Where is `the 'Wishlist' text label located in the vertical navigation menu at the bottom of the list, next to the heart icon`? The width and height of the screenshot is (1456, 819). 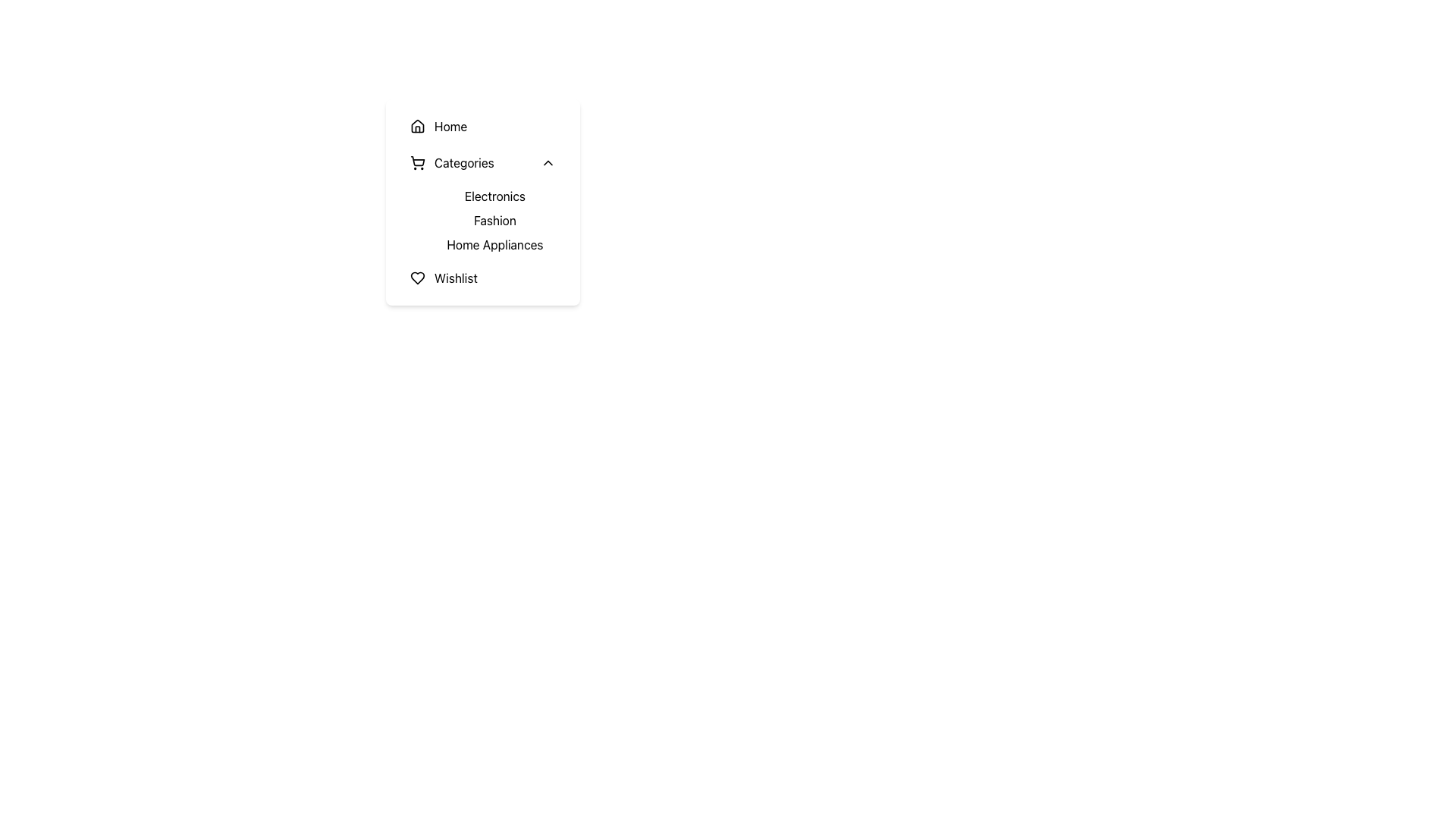 the 'Wishlist' text label located in the vertical navigation menu at the bottom of the list, next to the heart icon is located at coordinates (455, 278).